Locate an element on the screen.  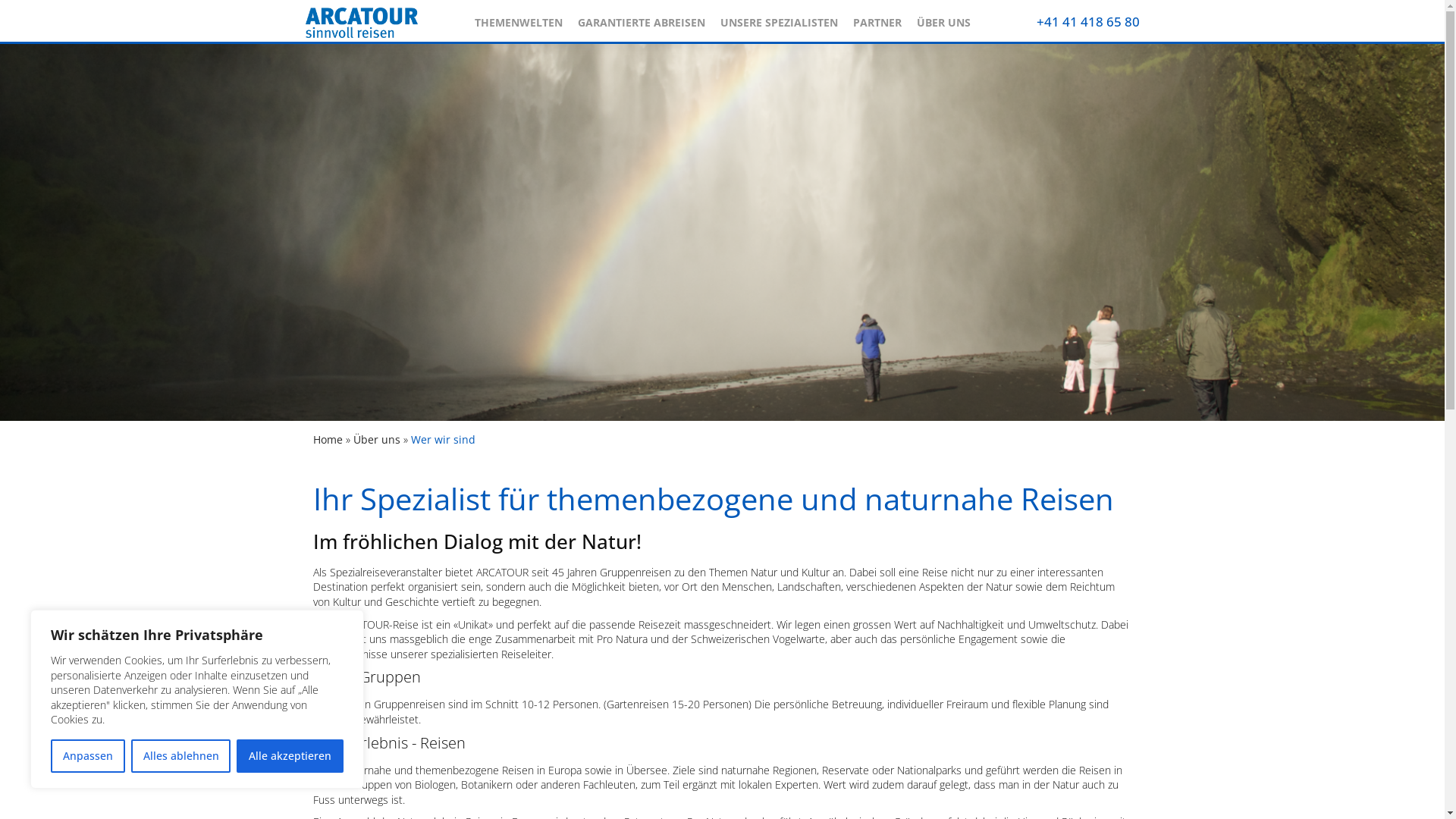
'PARTNER' is located at coordinates (843, 18).